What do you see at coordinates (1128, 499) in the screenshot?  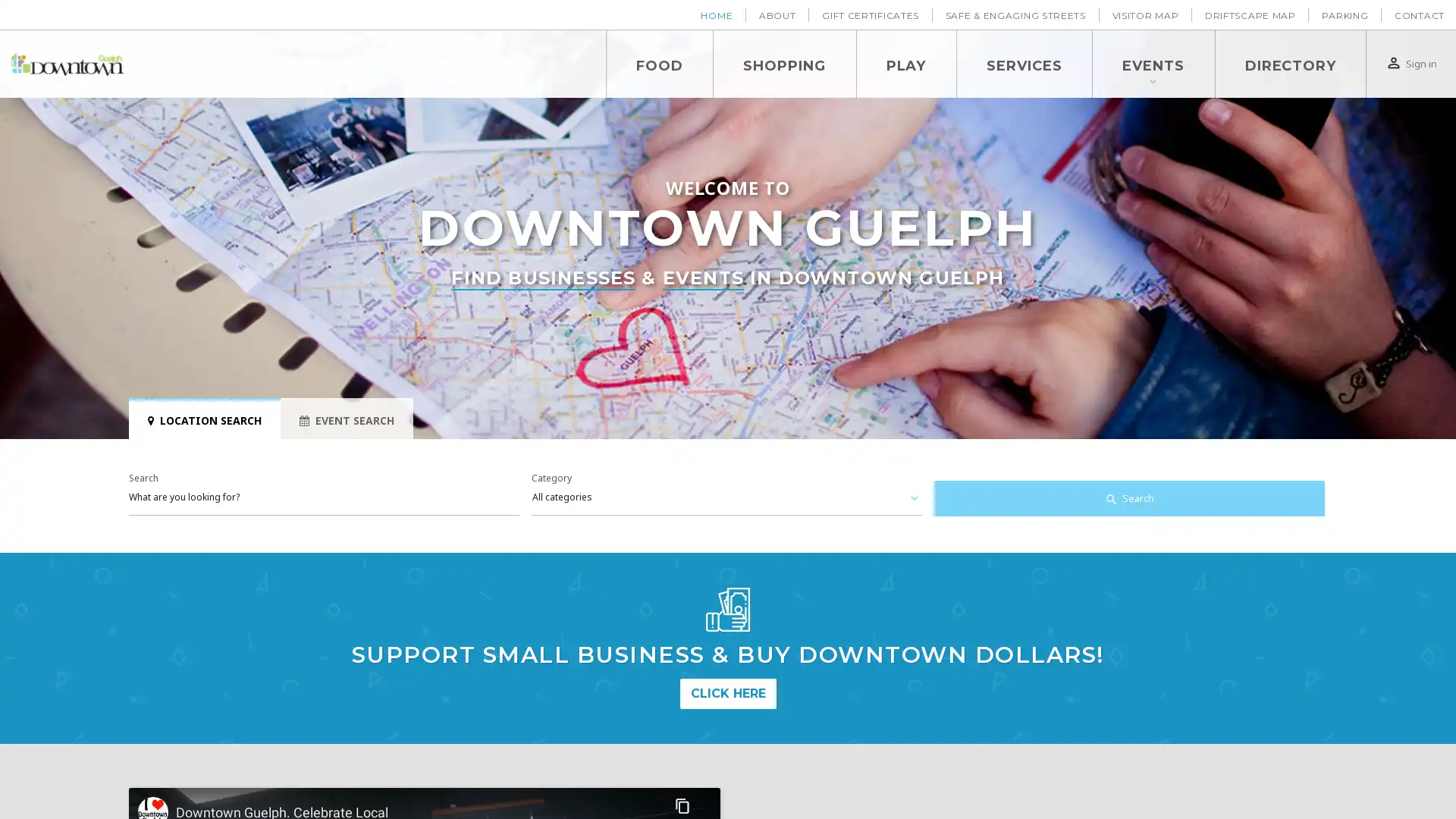 I see `searchSearch` at bounding box center [1128, 499].